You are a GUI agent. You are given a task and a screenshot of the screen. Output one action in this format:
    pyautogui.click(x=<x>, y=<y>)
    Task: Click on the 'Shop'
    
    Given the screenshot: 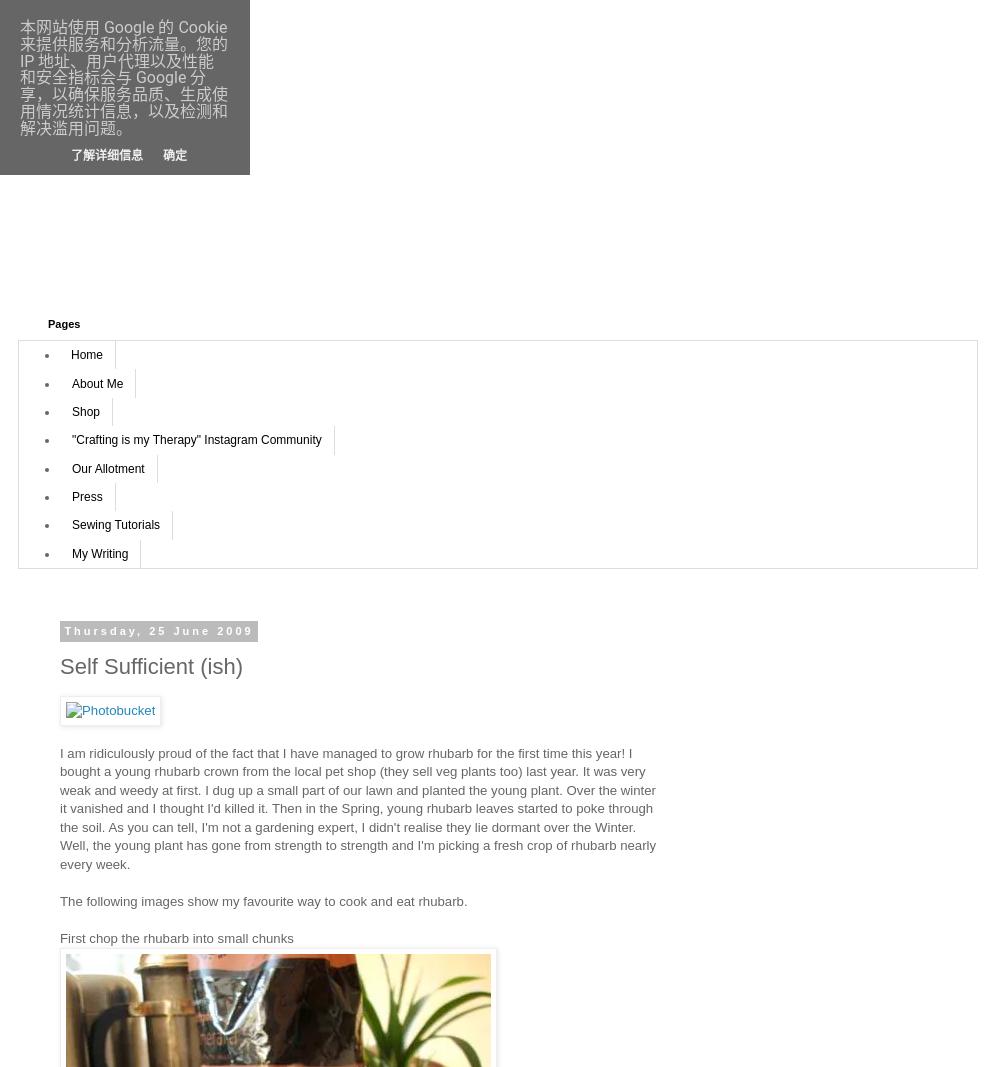 What is the action you would take?
    pyautogui.click(x=85, y=410)
    